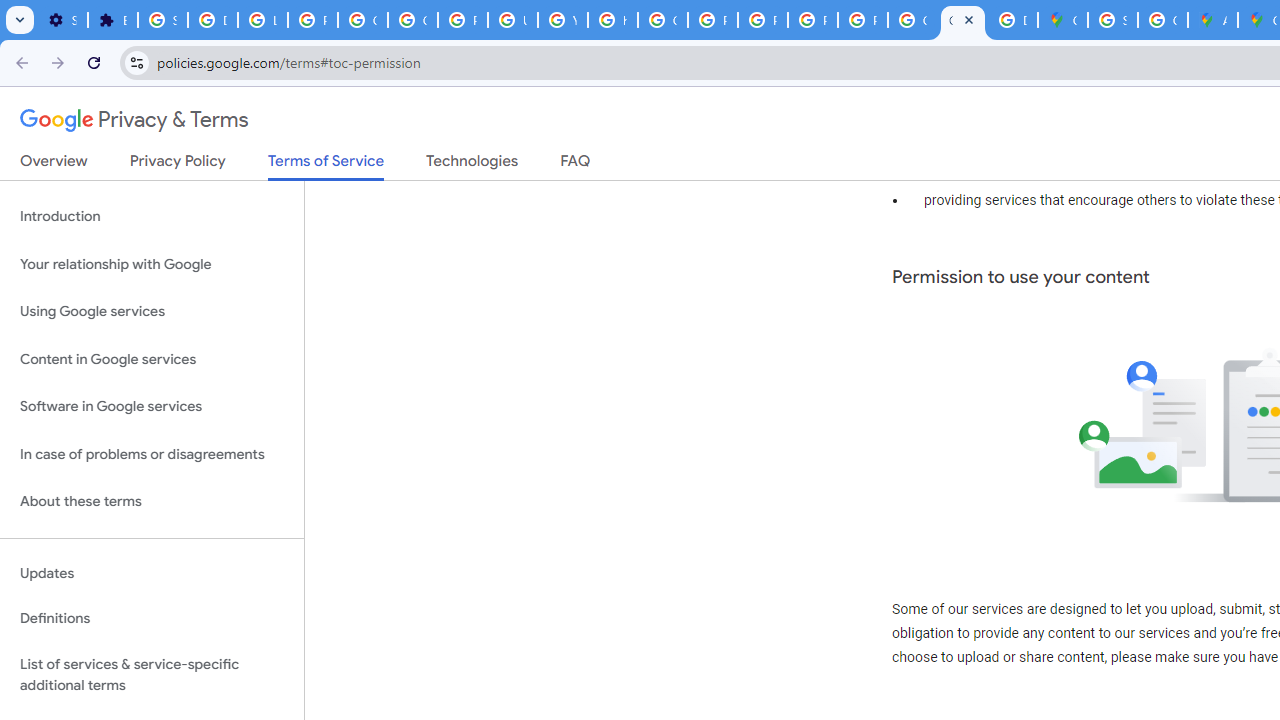 The height and width of the screenshot is (720, 1280). What do you see at coordinates (262, 20) in the screenshot?
I see `'Learn how to find your photos - Google Photos Help'` at bounding box center [262, 20].